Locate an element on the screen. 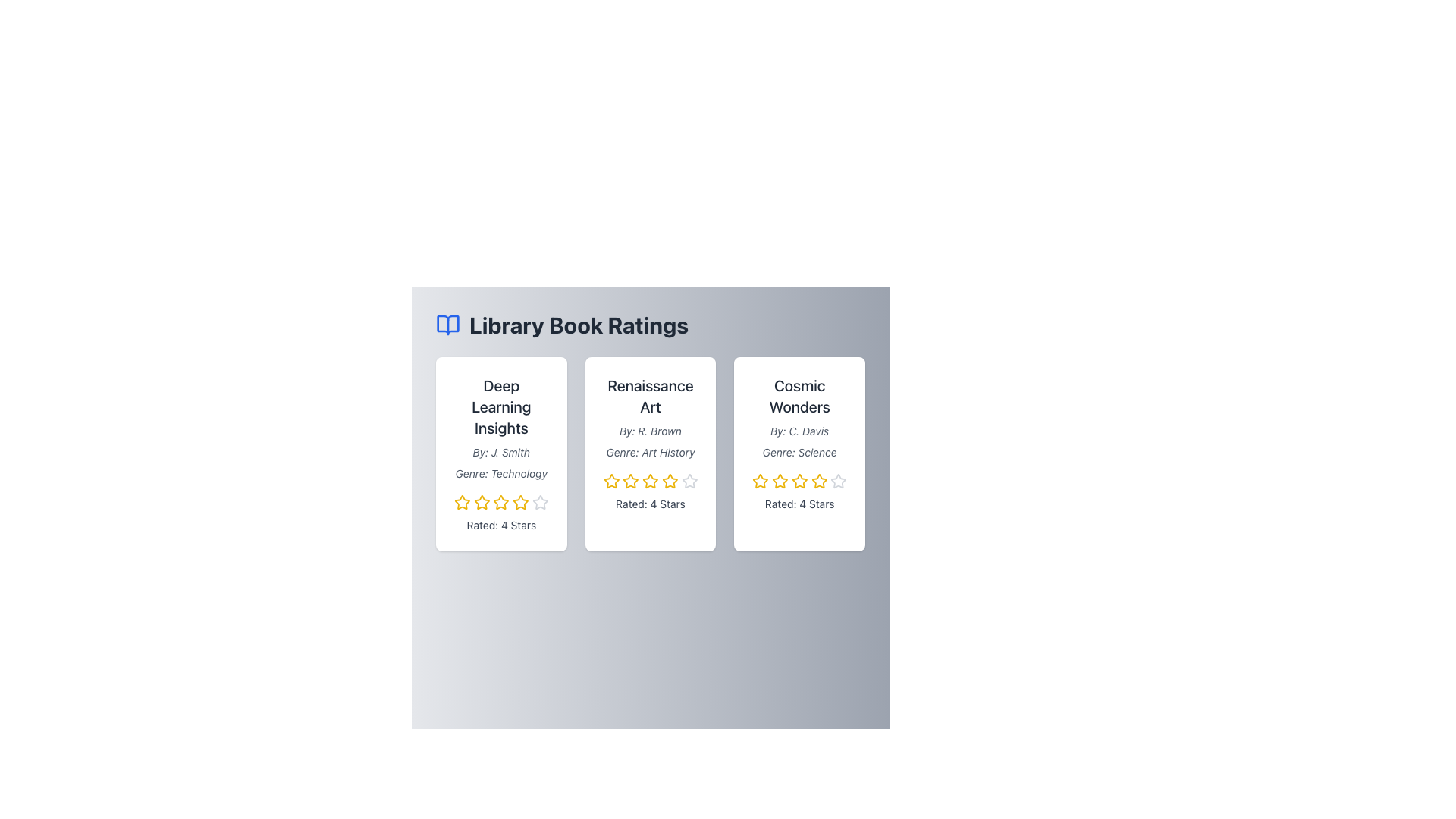  author information from the Text Label displaying 'By: R. Brown' styled in a small gray italic font, located in the middle portion of the card component is located at coordinates (651, 431).